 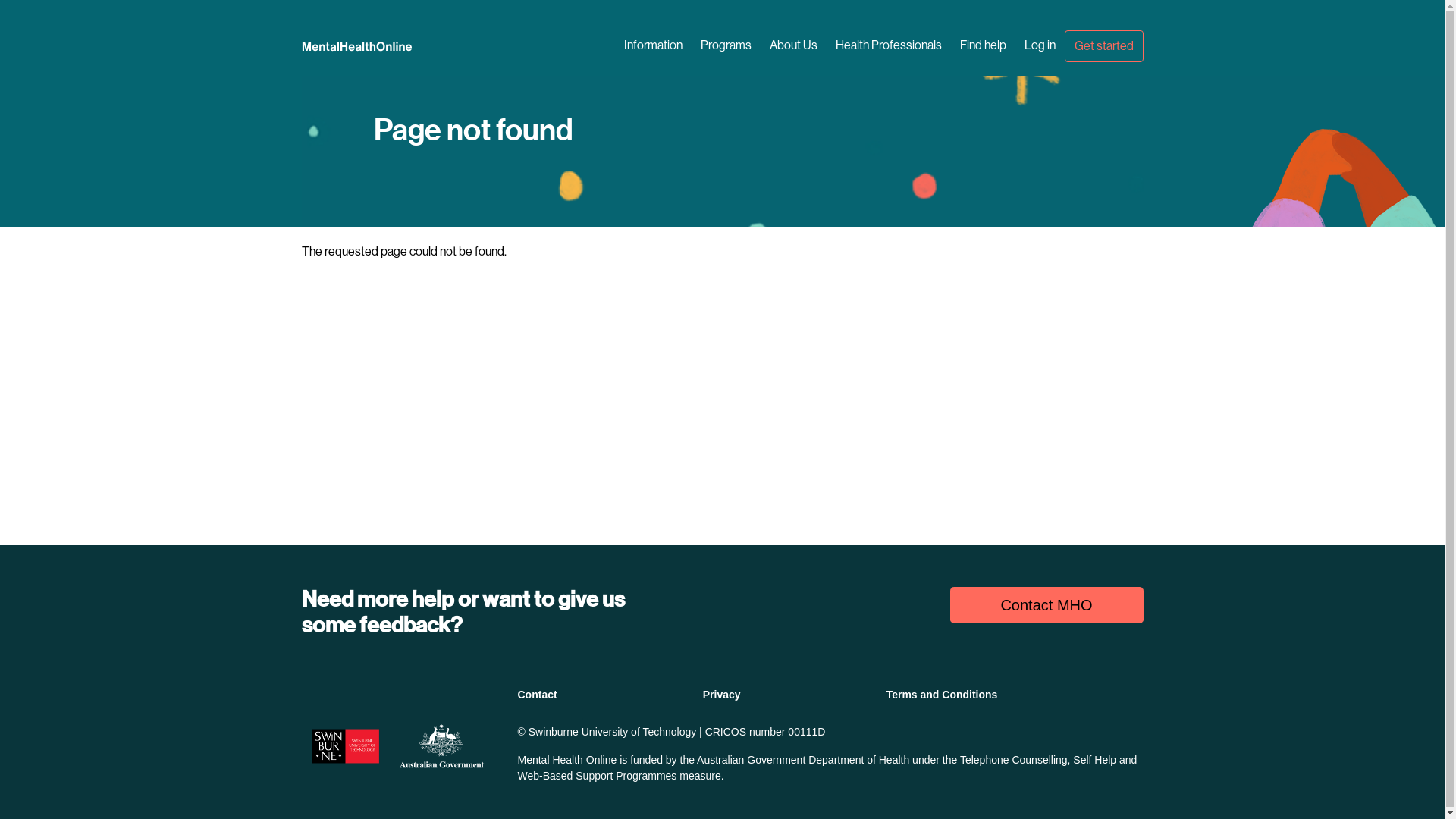 What do you see at coordinates (825, 45) in the screenshot?
I see `'Health Professionals'` at bounding box center [825, 45].